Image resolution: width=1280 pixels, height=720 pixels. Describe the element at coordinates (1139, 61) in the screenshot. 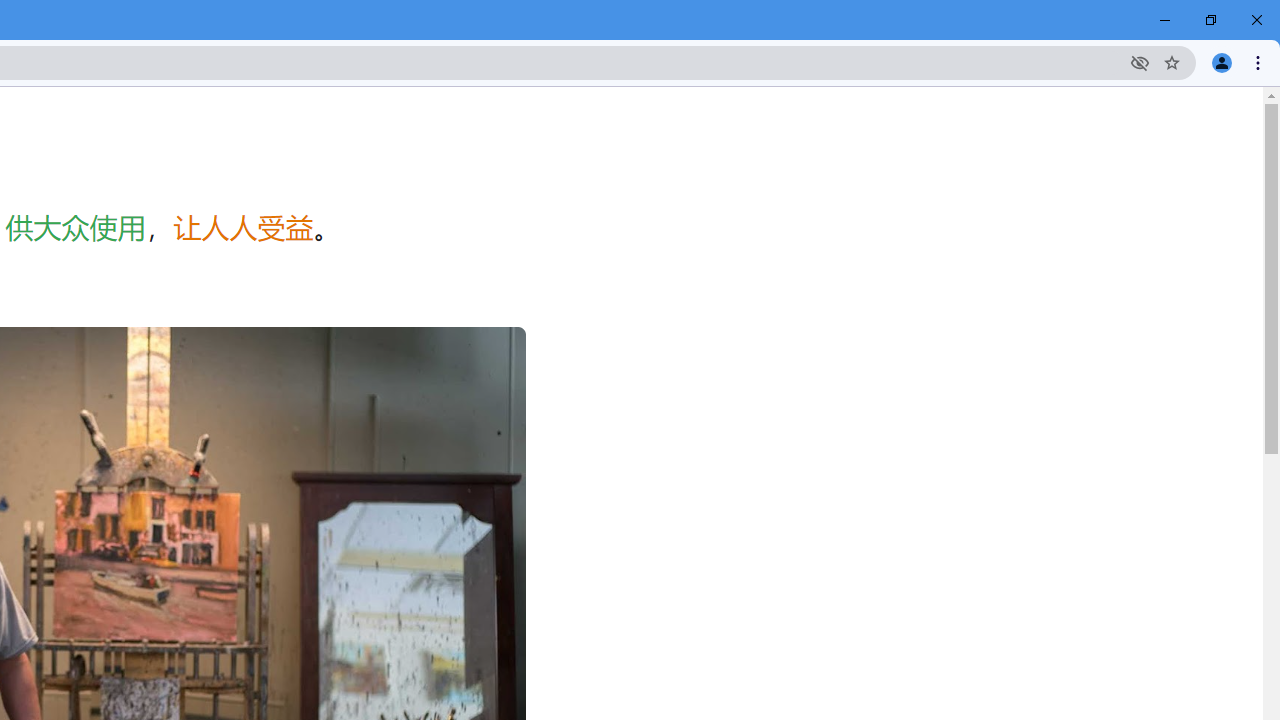

I see `'Third-party cookies blocked'` at that location.